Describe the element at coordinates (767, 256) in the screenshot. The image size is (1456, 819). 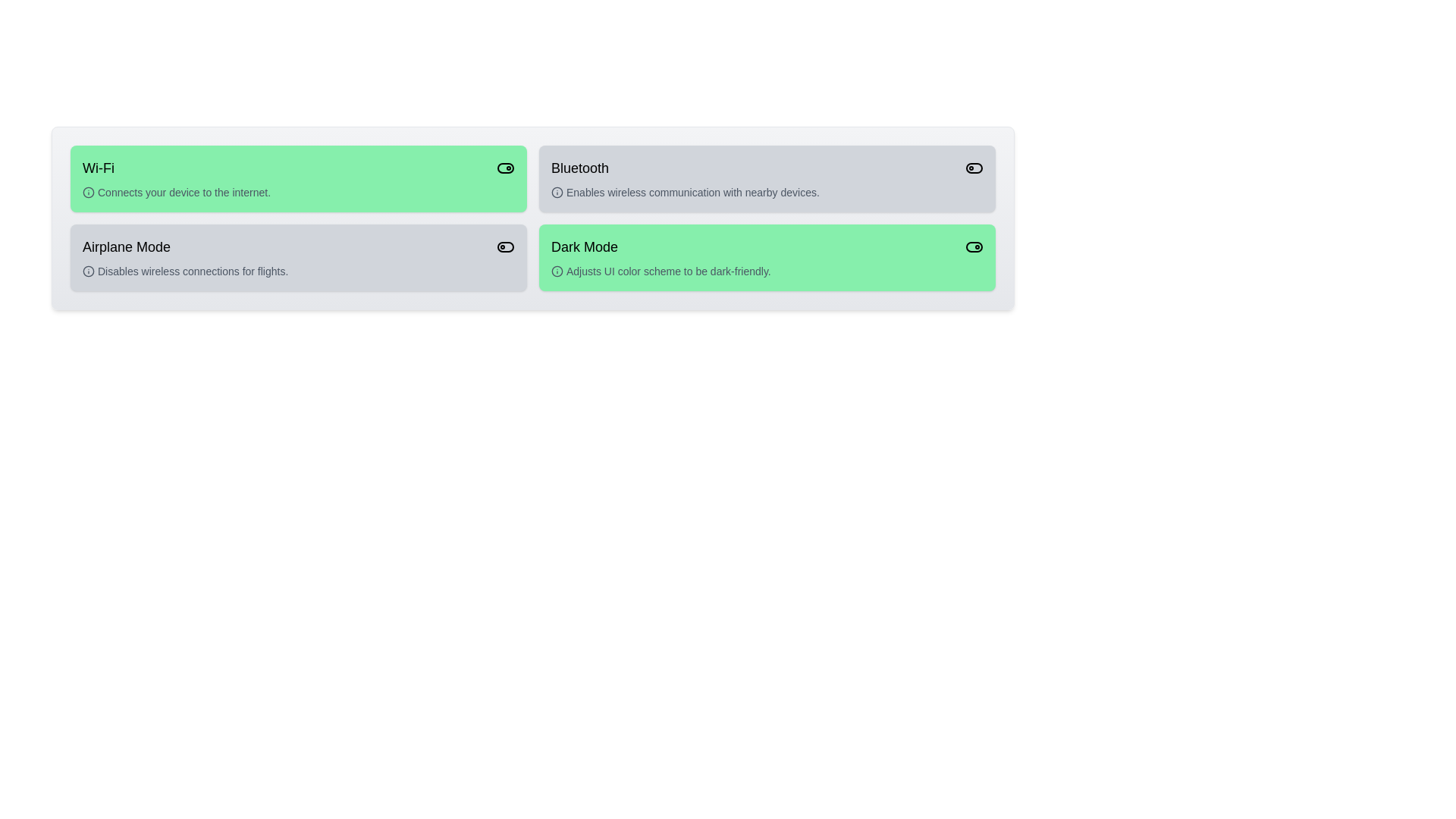
I see `the card for Dark Mode` at that location.